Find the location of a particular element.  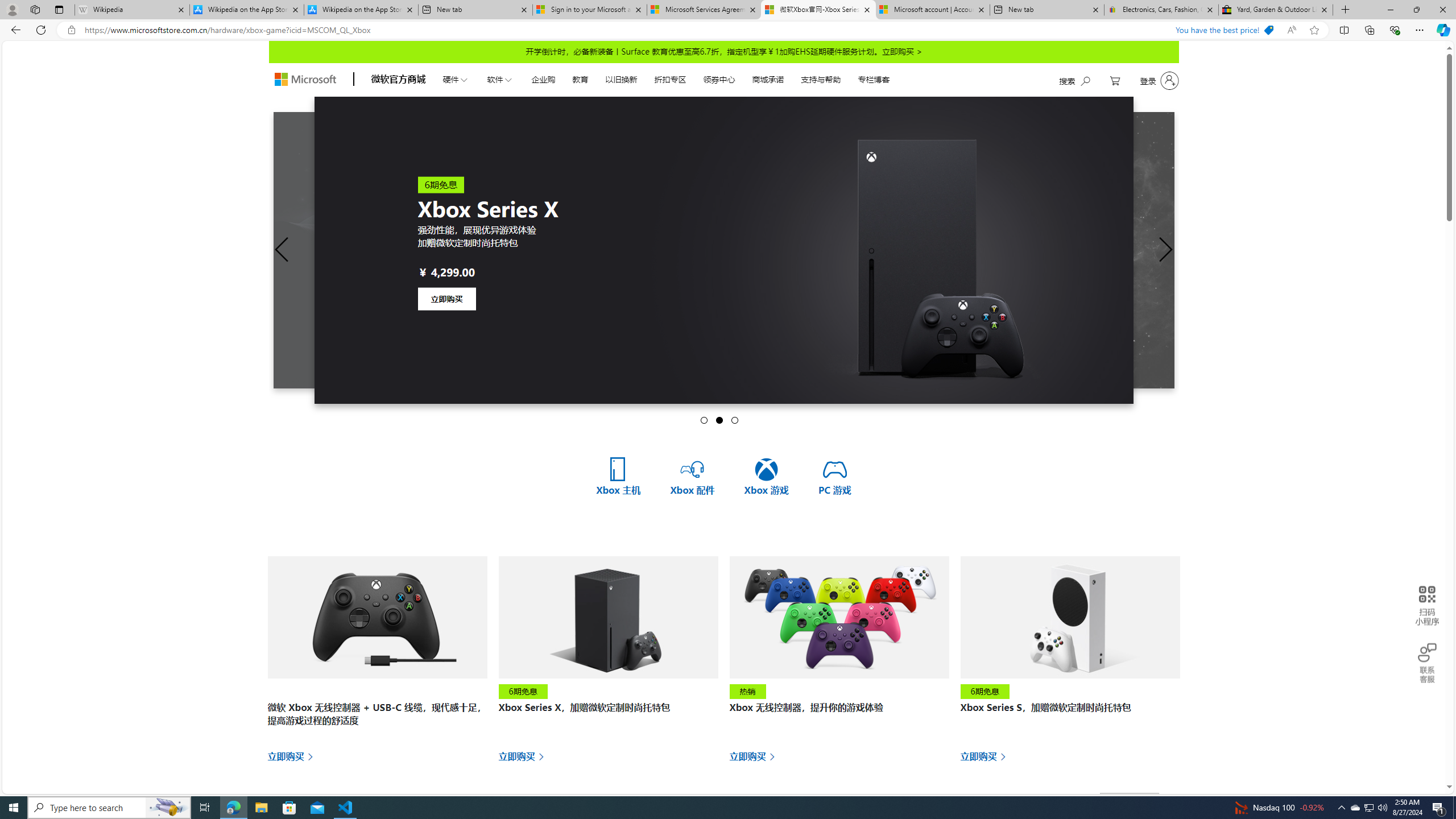

'Microsoft account | Account Checkup' is located at coordinates (932, 9).